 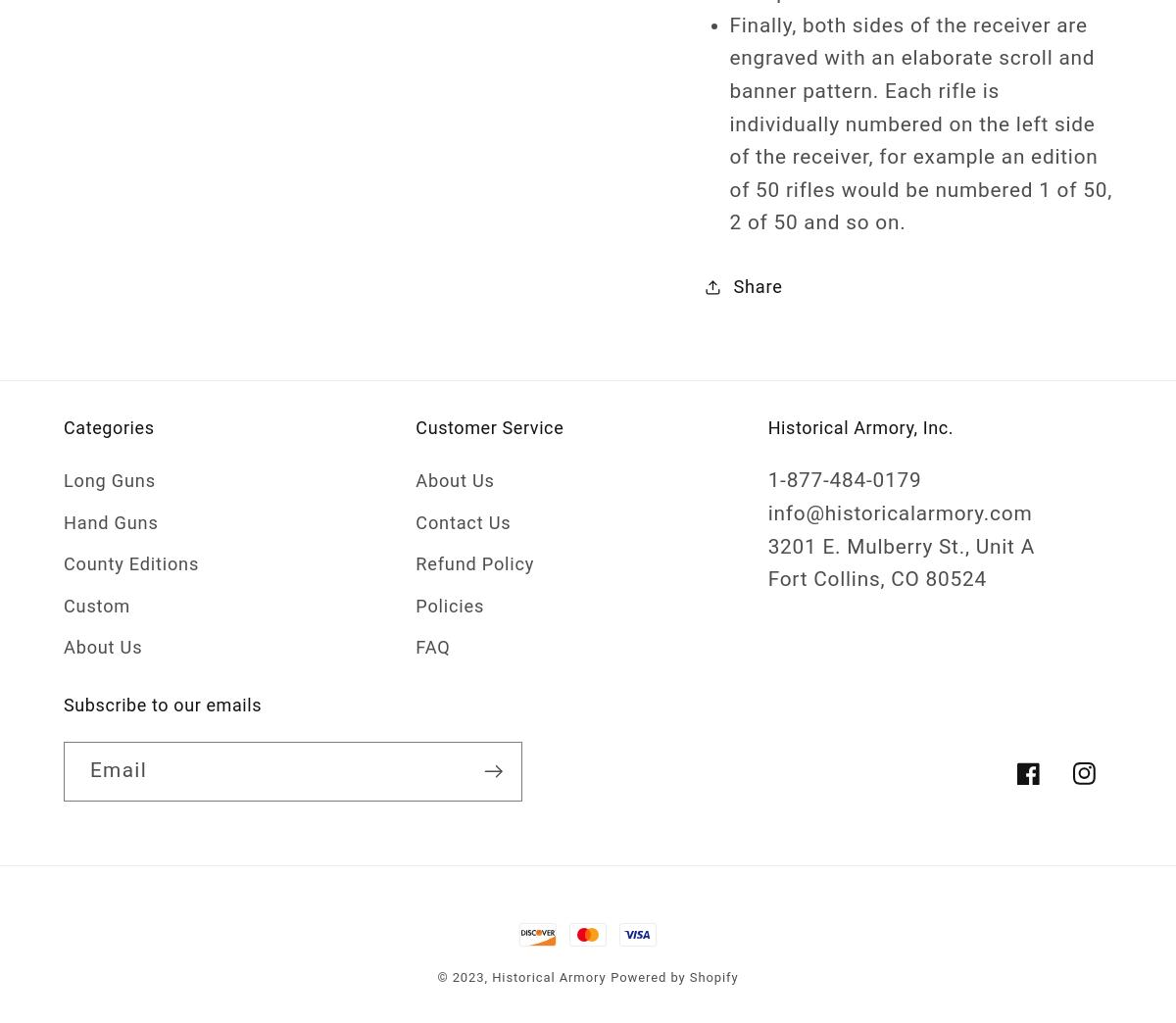 I want to click on 'Fort Collins, CO 80524', so click(x=875, y=579).